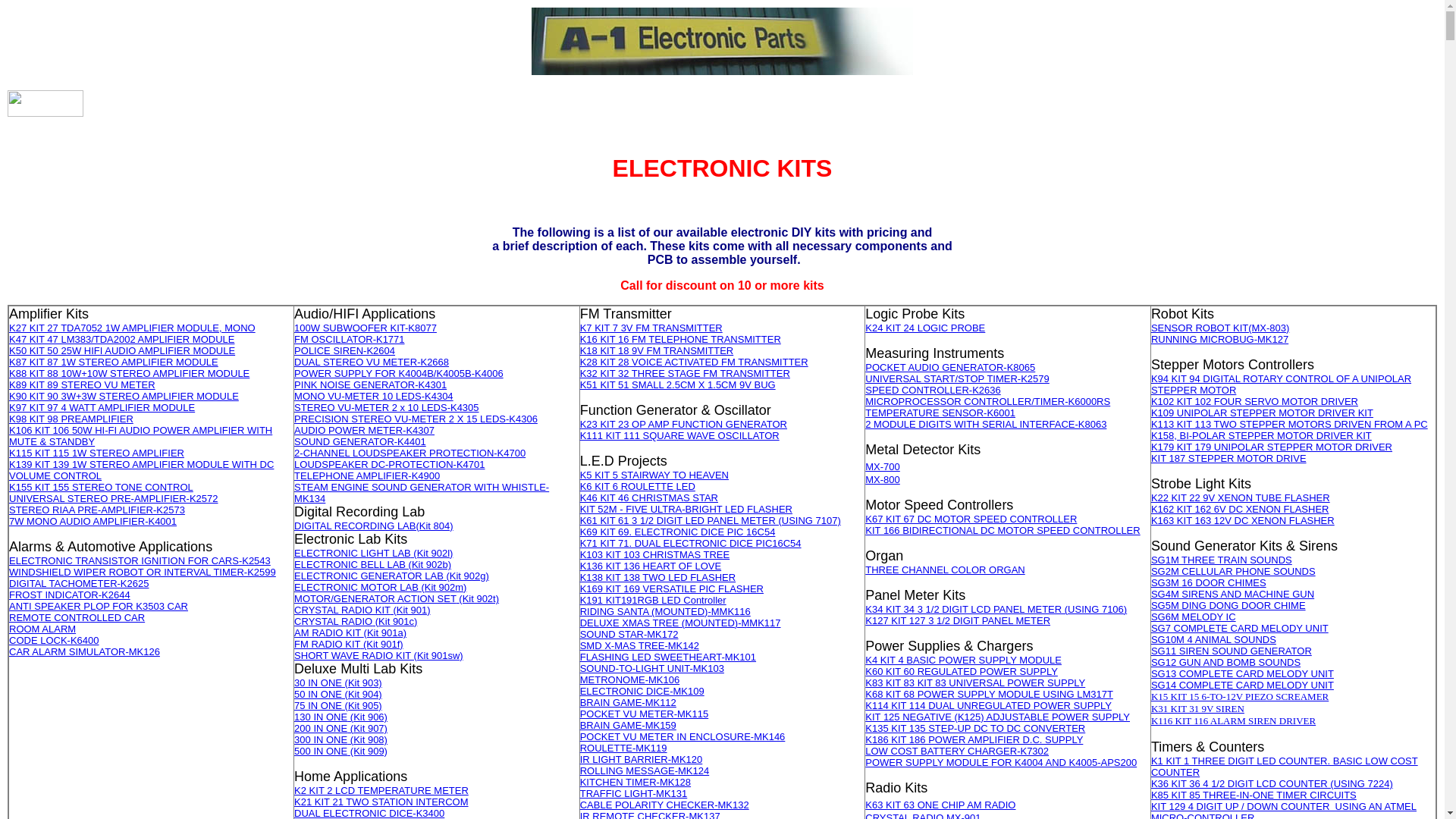  What do you see at coordinates (381, 789) in the screenshot?
I see `'K2 KIT 2 LCD TEMPERATURE METER'` at bounding box center [381, 789].